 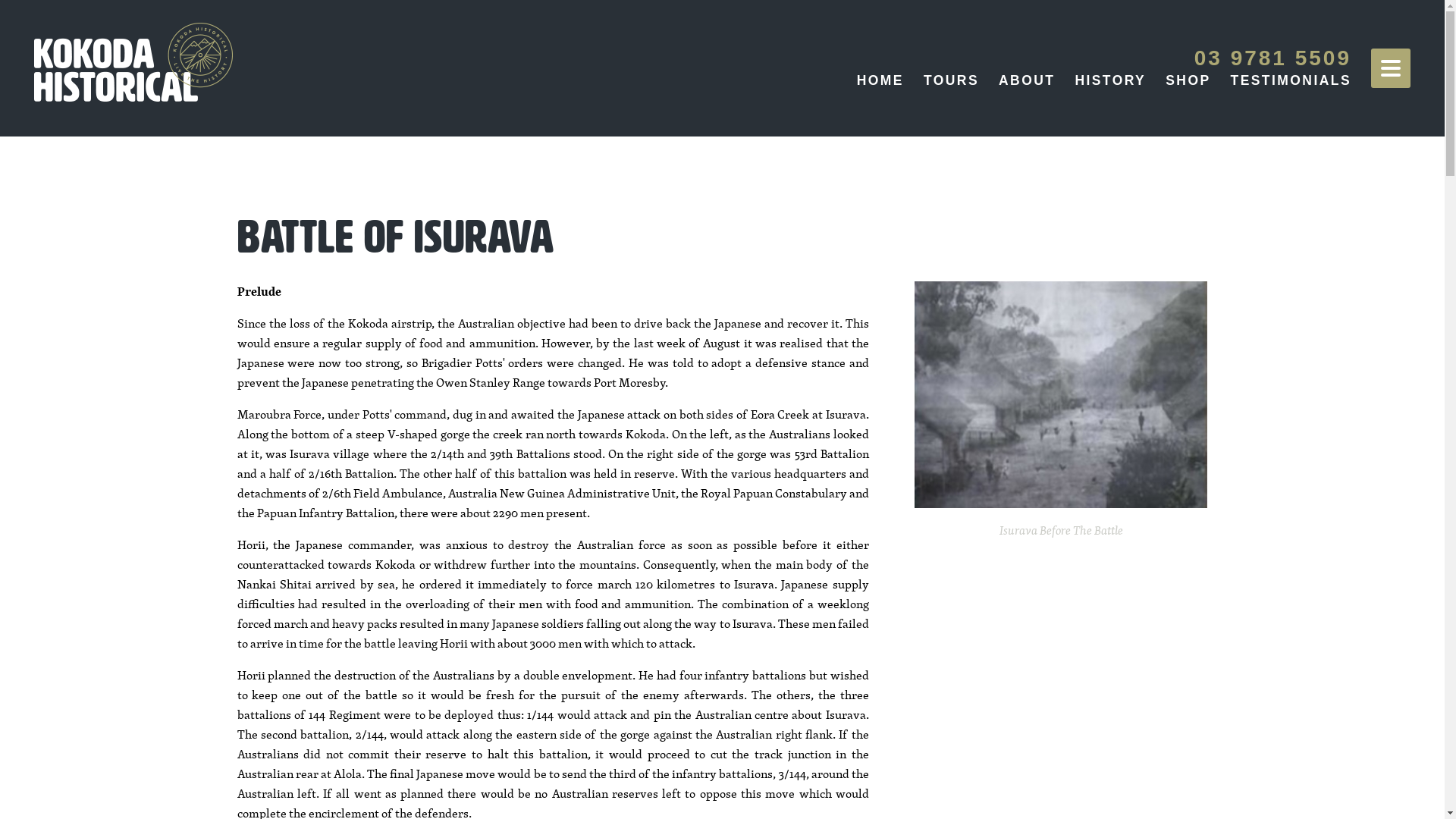 What do you see at coordinates (133, 61) in the screenshot?
I see `'Kokoda Historical (en-AU)'` at bounding box center [133, 61].